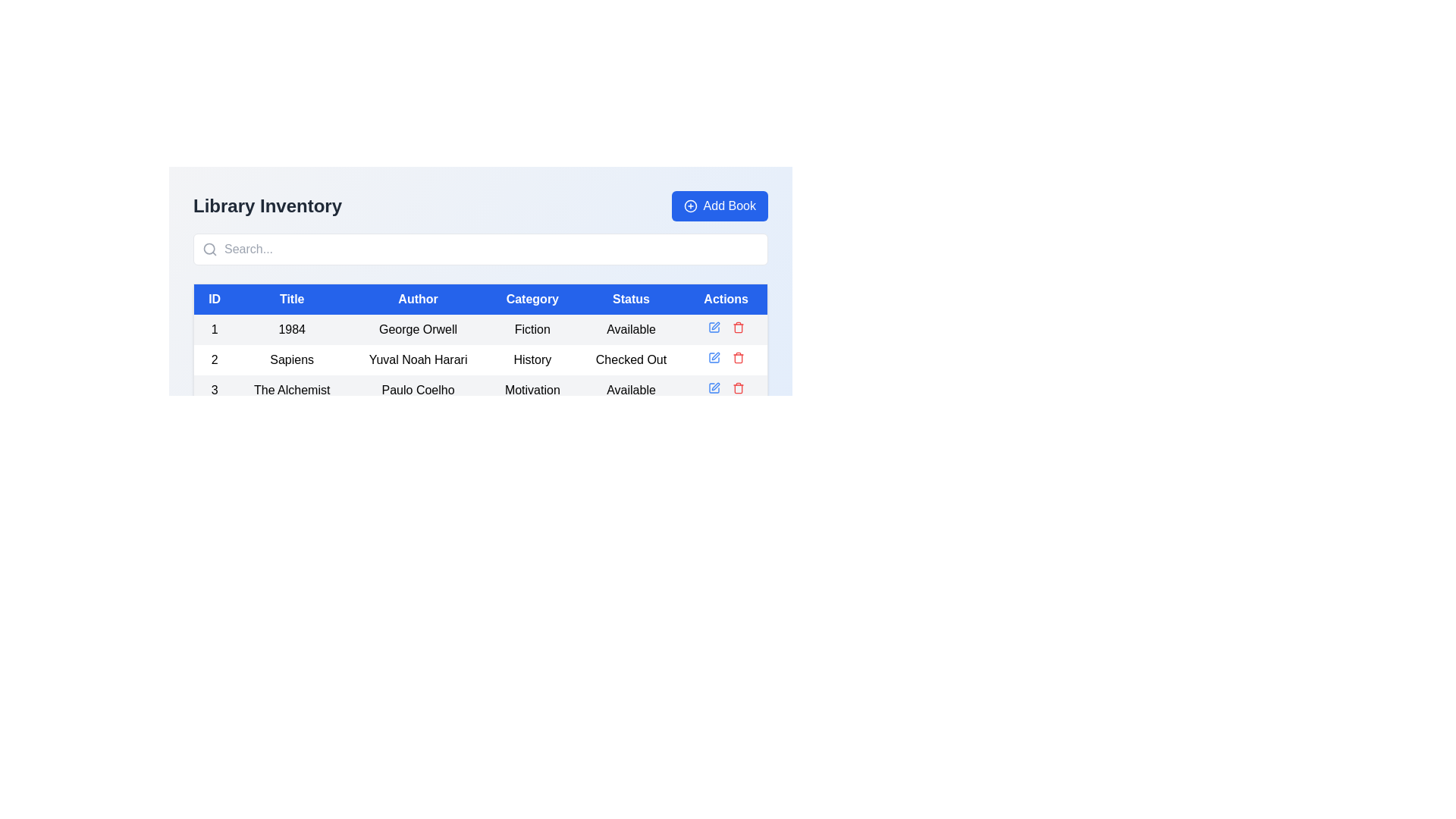  I want to click on the text element 'The Alchemist' located in the second column of the third row of the table, so click(292, 390).